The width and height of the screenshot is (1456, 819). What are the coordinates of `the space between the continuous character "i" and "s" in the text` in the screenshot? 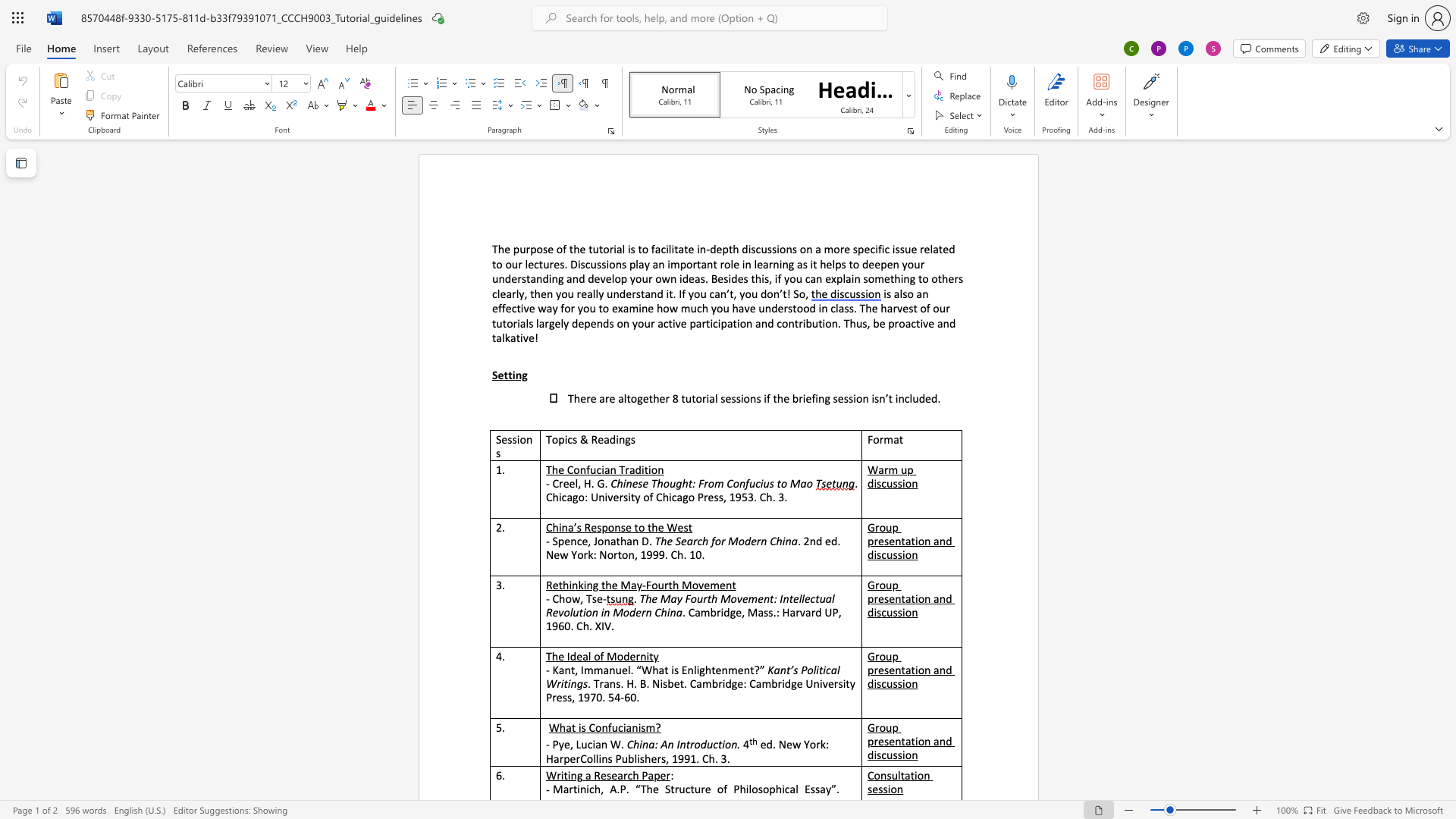 It's located at (631, 248).